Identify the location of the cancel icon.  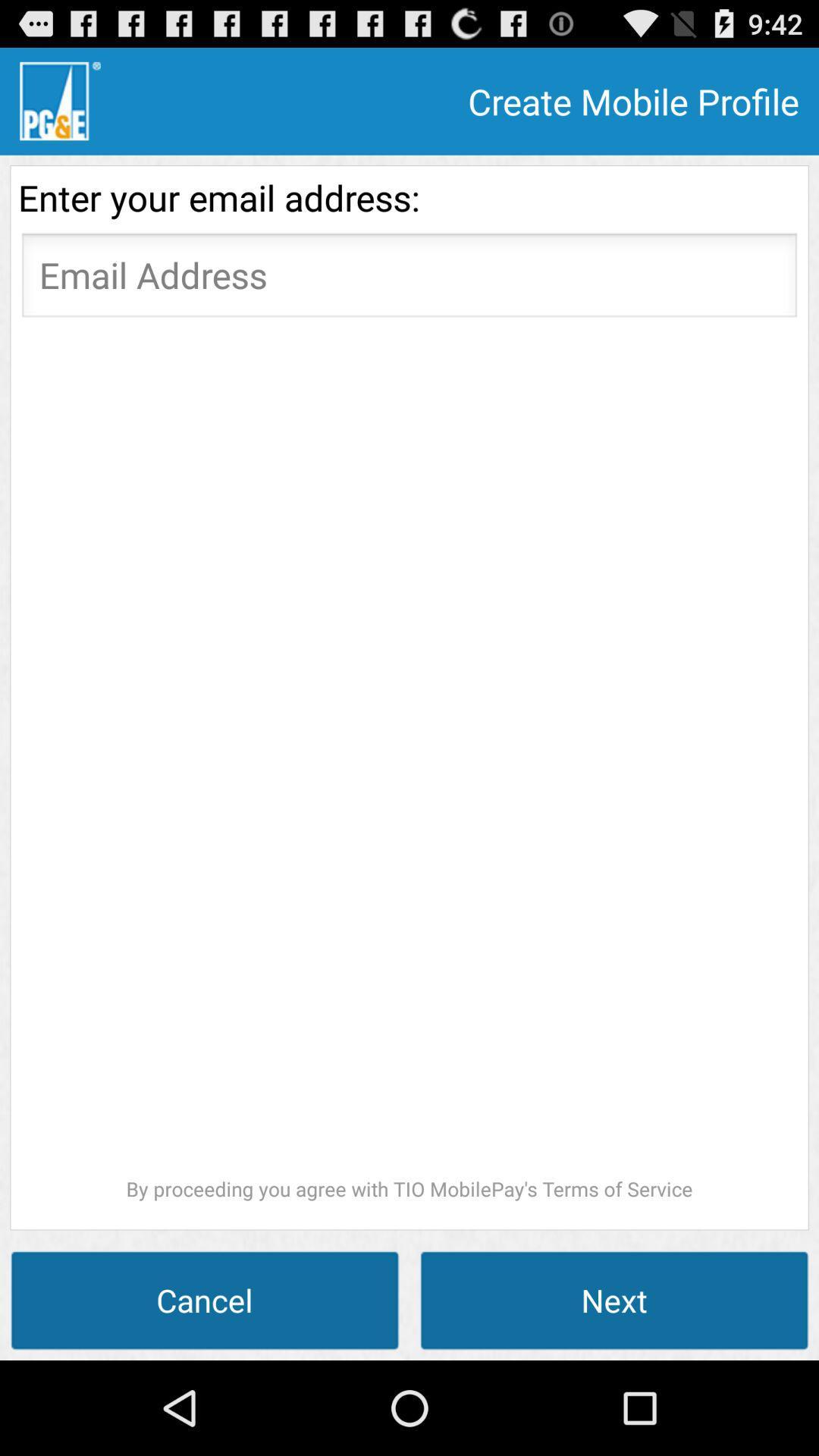
(205, 1299).